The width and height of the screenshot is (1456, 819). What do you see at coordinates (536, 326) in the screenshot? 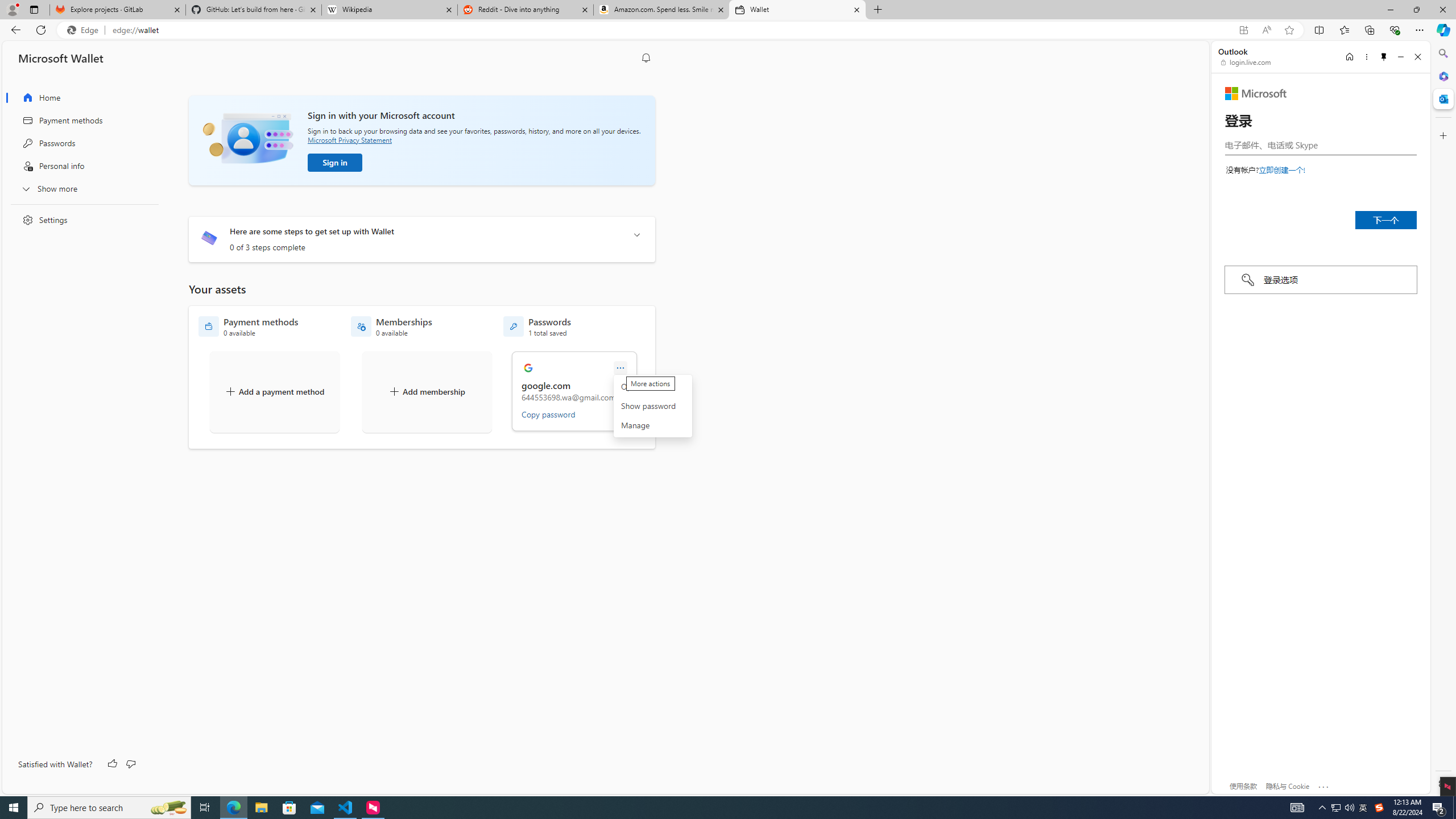
I see `'Passwords - 1 total saved'` at bounding box center [536, 326].